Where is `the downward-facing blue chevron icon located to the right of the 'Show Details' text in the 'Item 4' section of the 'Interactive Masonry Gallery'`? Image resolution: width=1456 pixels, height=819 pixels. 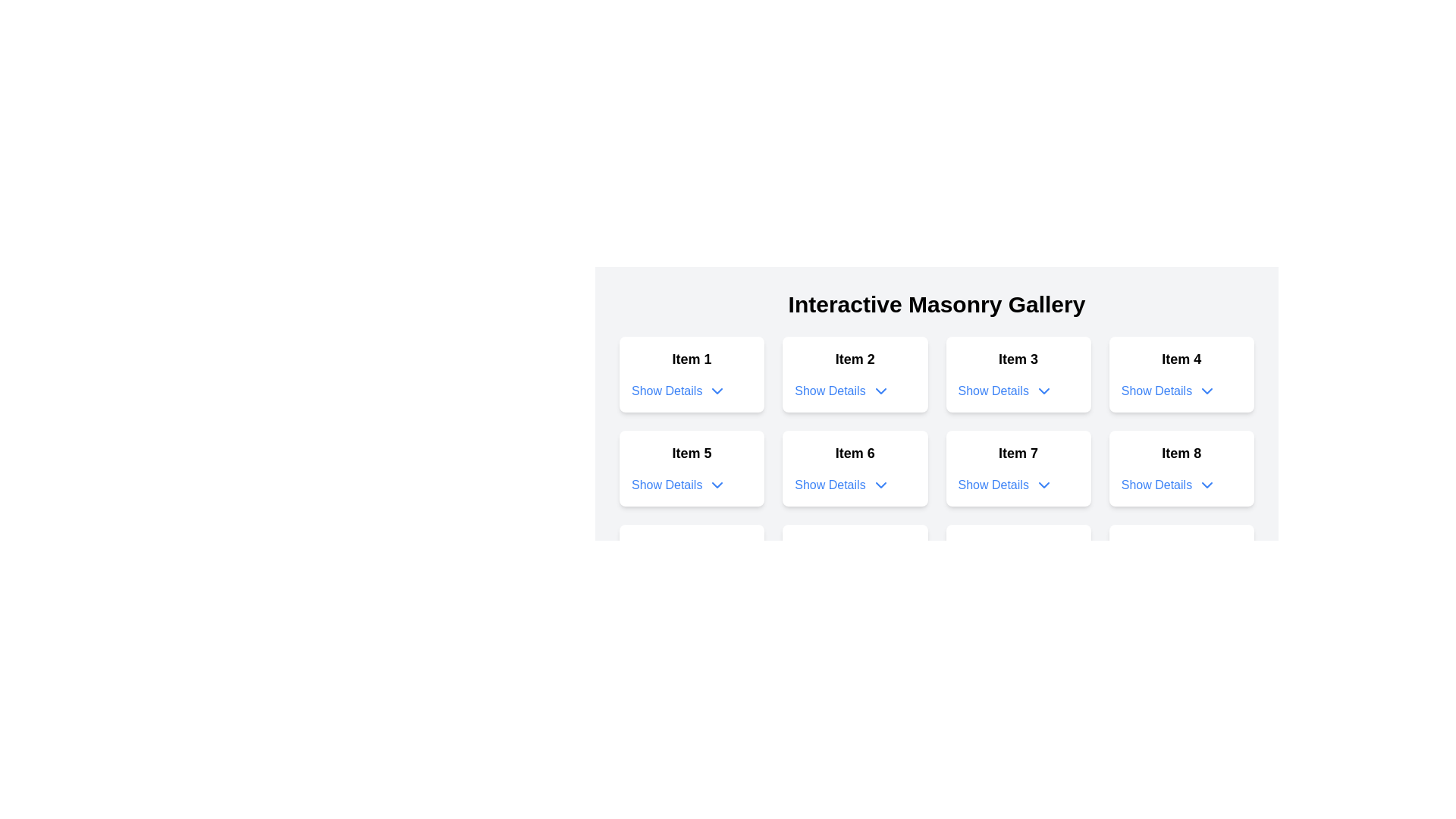 the downward-facing blue chevron icon located to the right of the 'Show Details' text in the 'Item 4' section of the 'Interactive Masonry Gallery' is located at coordinates (1207, 391).